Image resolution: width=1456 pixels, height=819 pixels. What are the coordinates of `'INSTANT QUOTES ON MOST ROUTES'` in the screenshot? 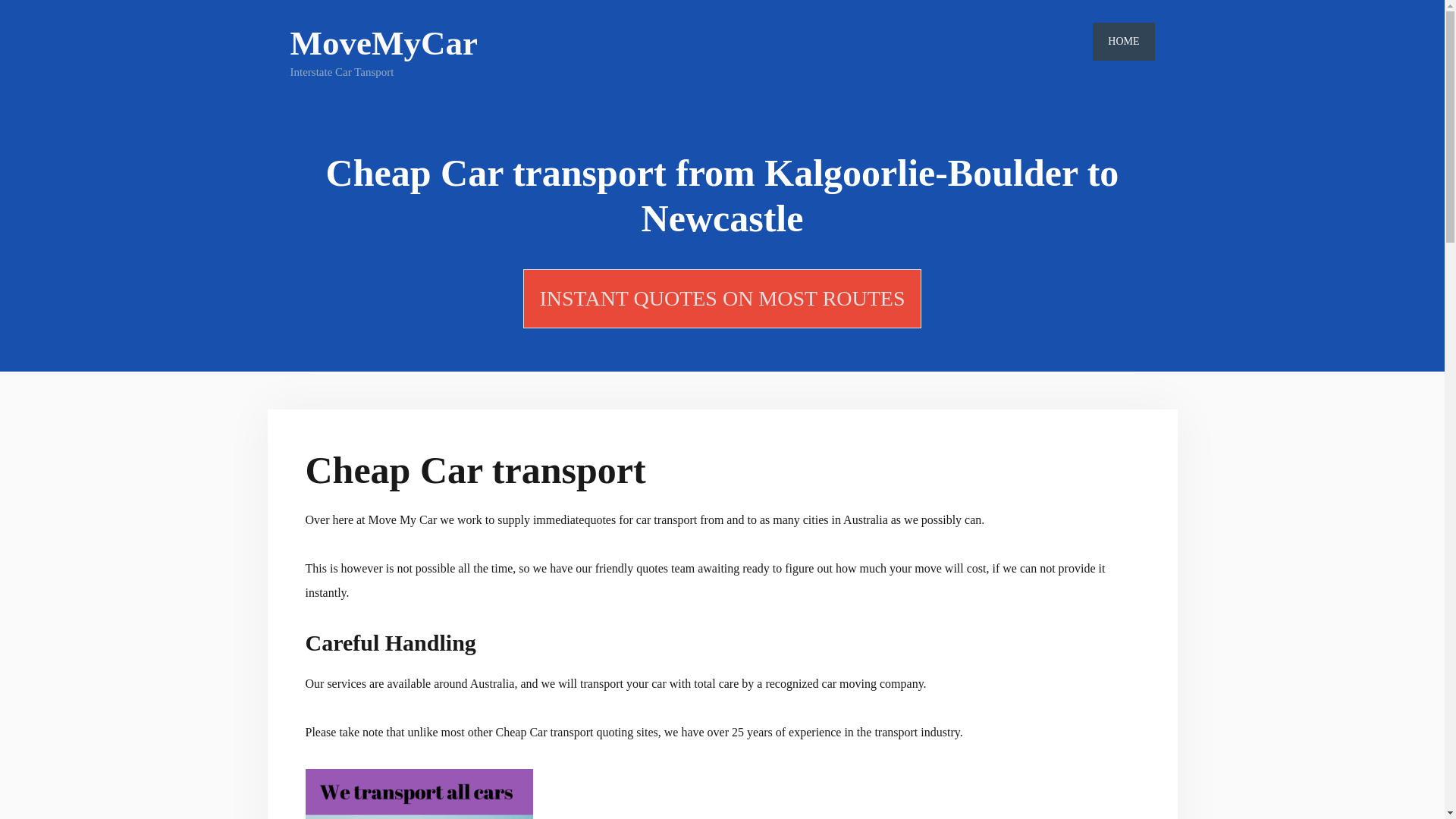 It's located at (720, 298).